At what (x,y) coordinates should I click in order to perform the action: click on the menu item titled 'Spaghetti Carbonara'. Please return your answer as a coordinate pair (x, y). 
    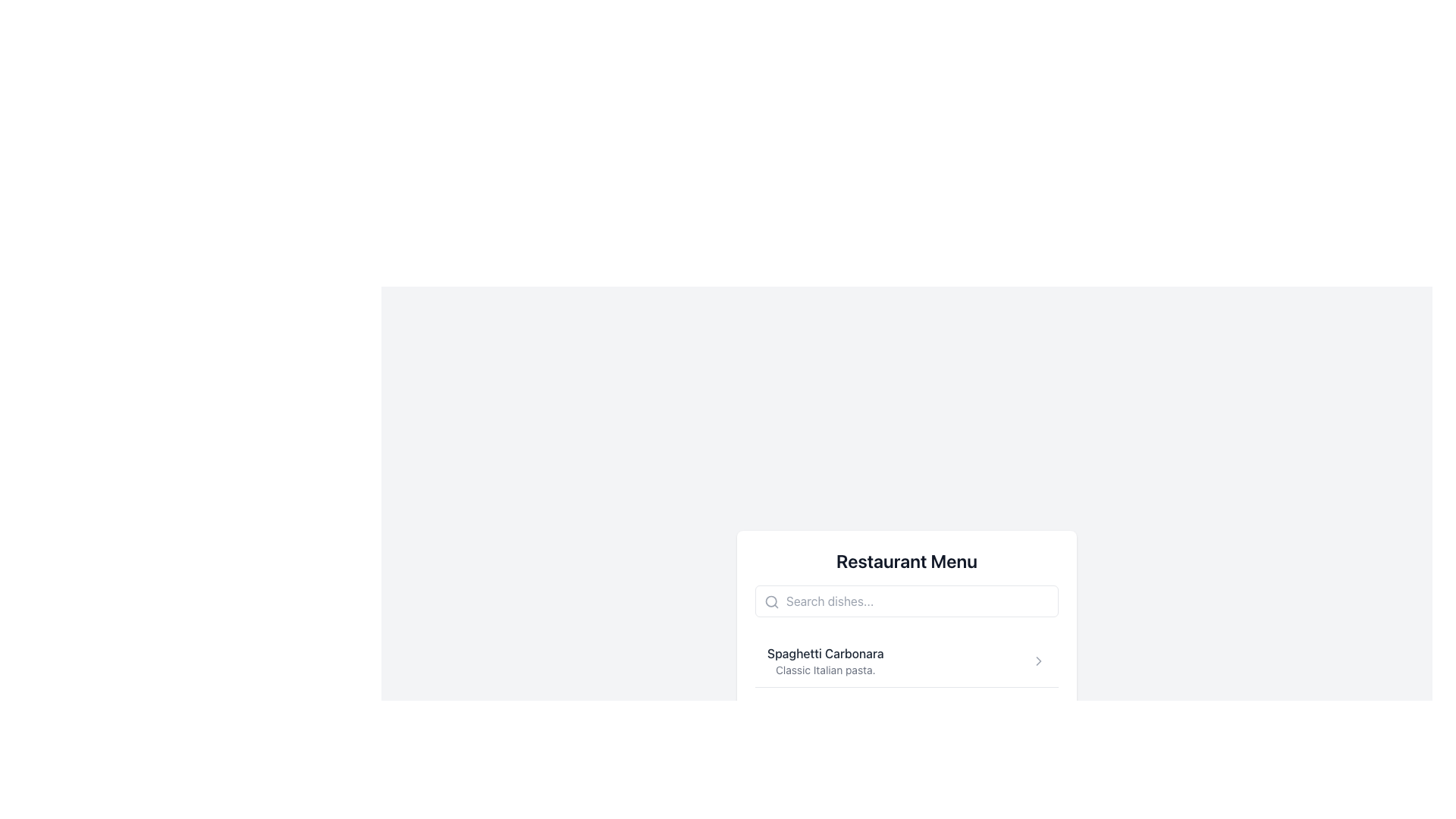
    Looking at the image, I should click on (906, 660).